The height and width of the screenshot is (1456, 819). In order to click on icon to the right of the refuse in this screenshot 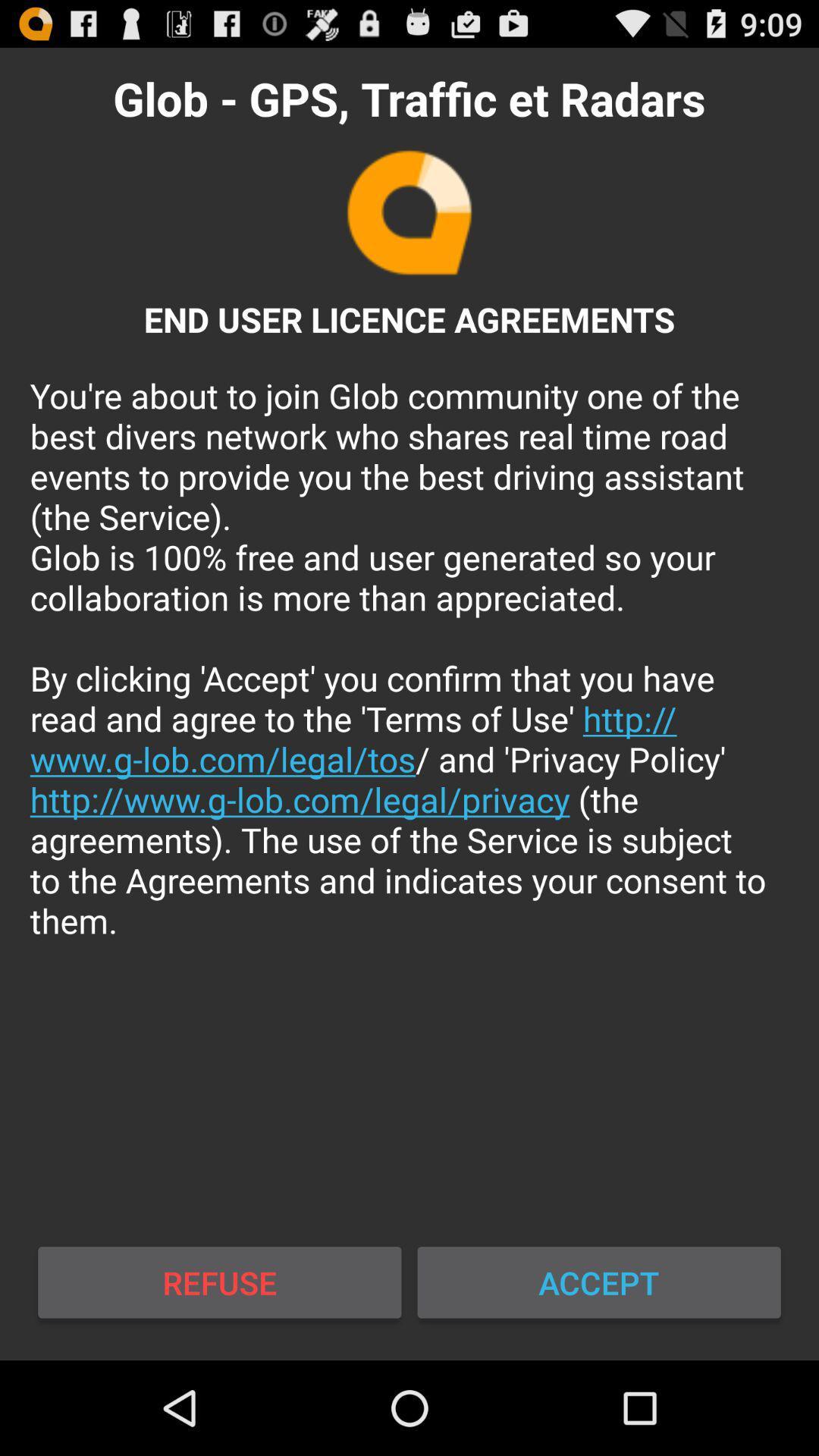, I will do `click(598, 1282)`.